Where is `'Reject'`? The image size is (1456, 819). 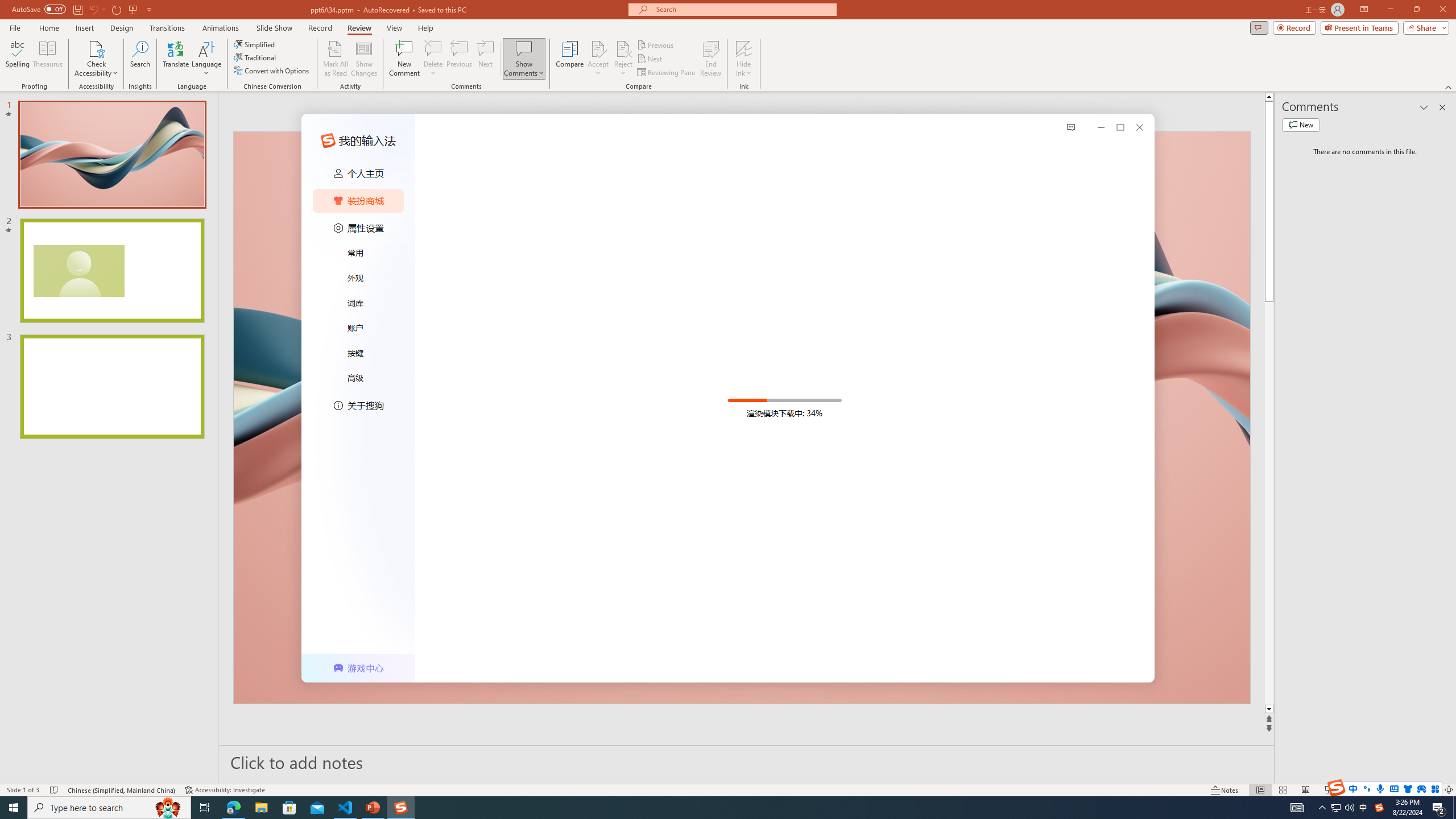 'Reject' is located at coordinates (622, 59).